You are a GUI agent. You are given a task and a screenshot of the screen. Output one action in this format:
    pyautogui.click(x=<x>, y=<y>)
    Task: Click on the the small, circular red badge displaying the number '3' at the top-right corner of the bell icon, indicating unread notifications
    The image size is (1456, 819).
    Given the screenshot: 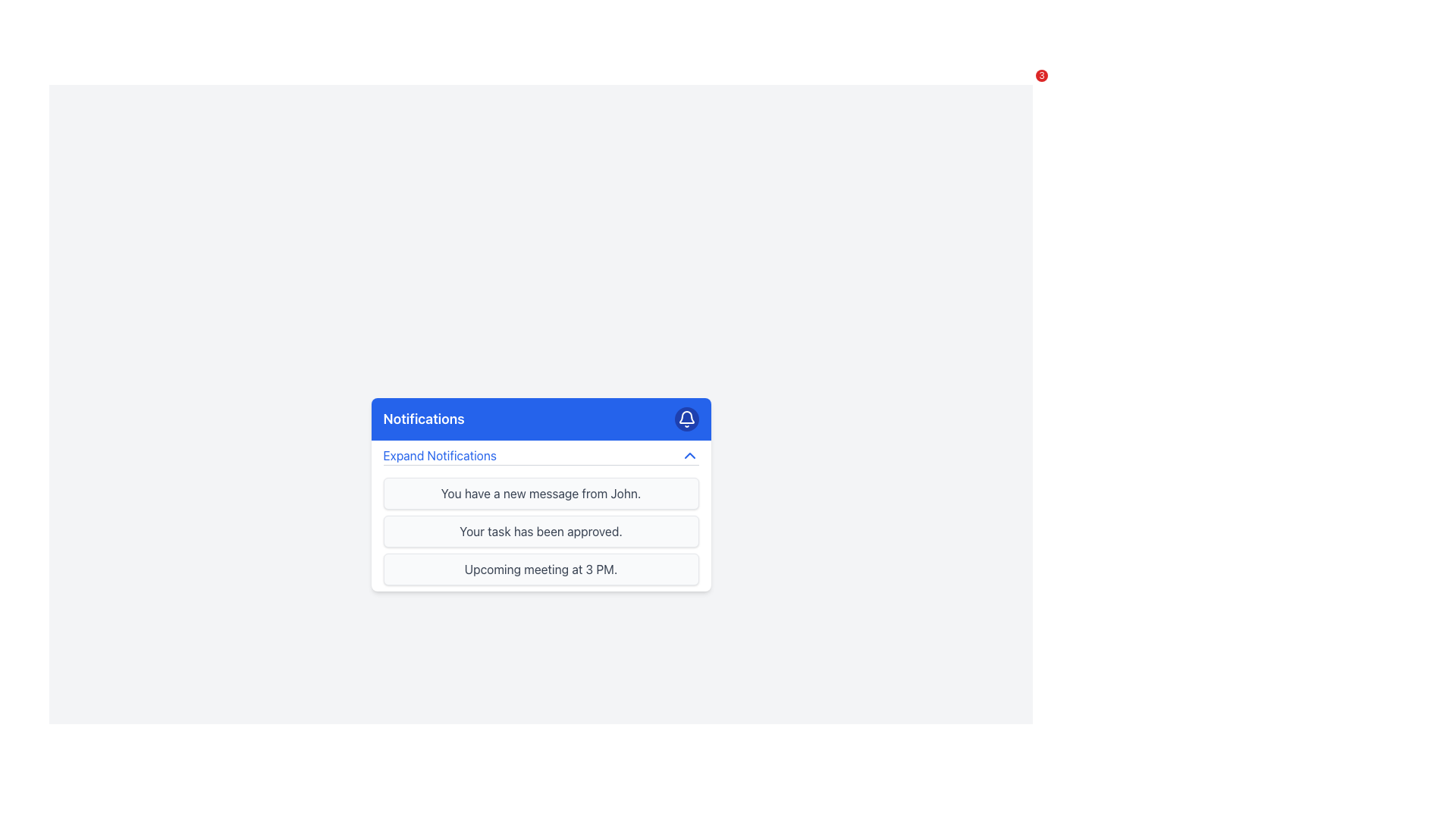 What is the action you would take?
    pyautogui.click(x=1040, y=76)
    